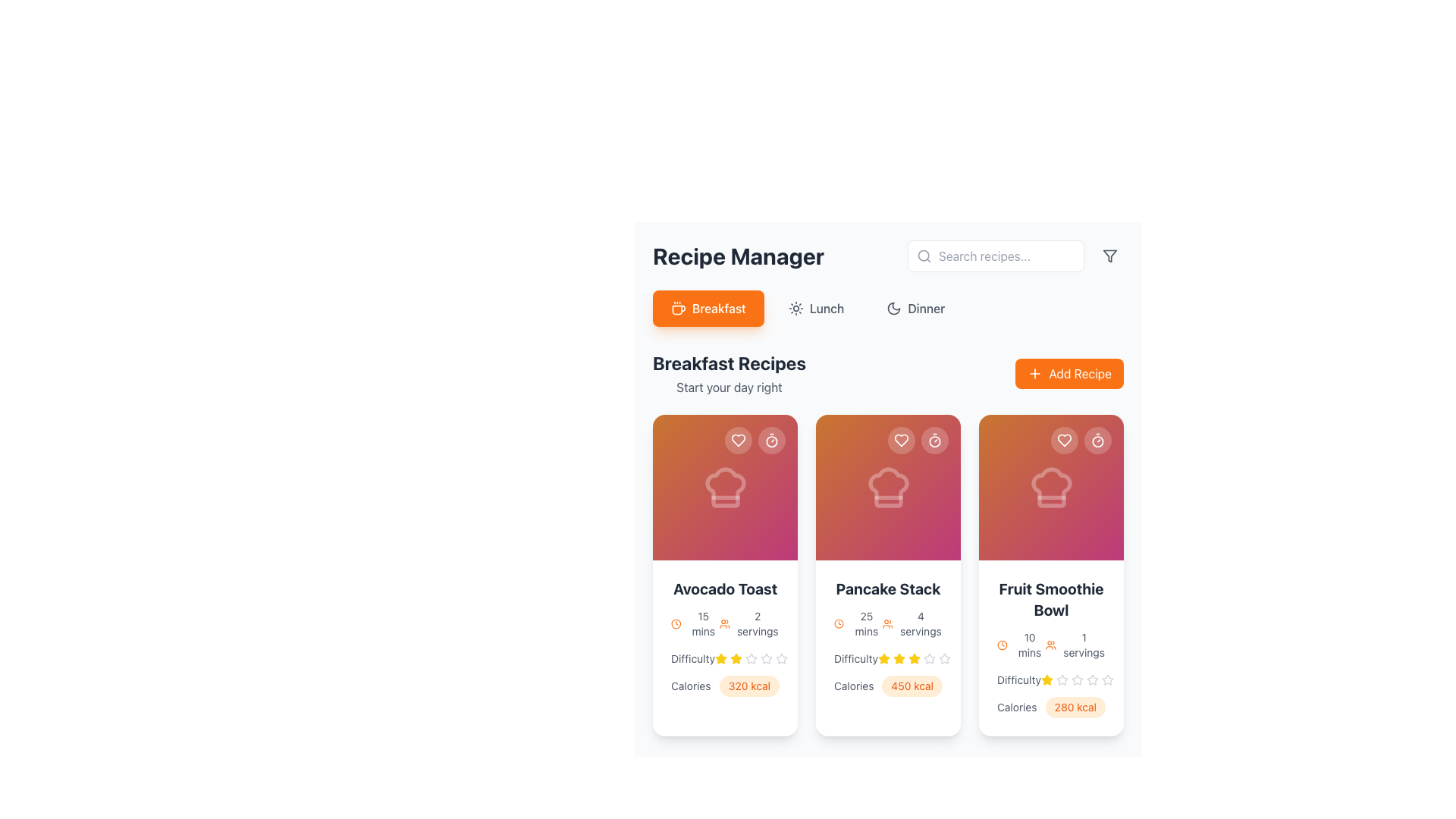 This screenshot has width=1456, height=819. What do you see at coordinates (888, 657) in the screenshot?
I see `the second yellow star icon in the rating system located under the 'Difficulty' label on the 'Pancake Stack' recipe card` at bounding box center [888, 657].